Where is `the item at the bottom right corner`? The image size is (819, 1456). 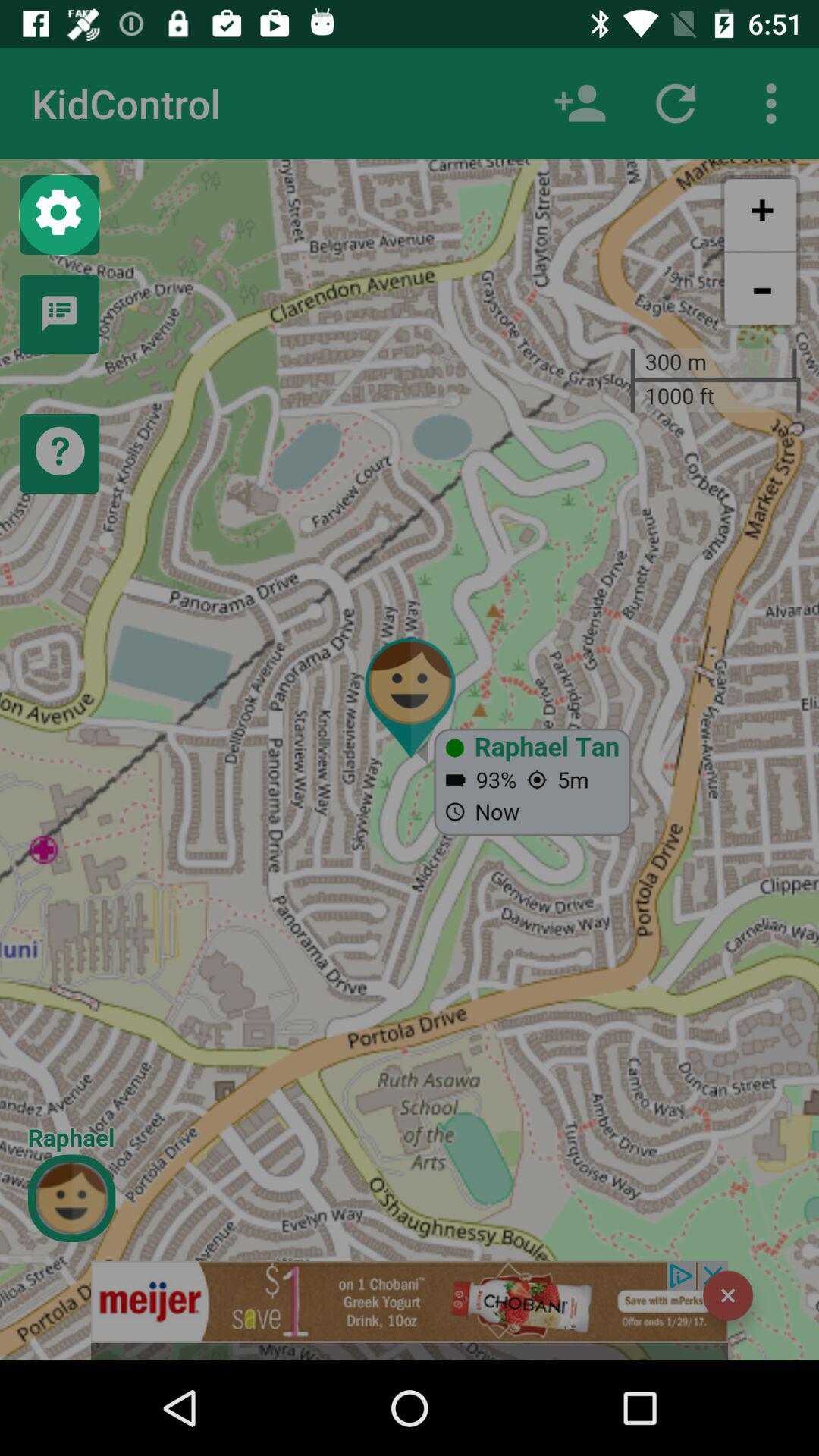
the item at the bottom right corner is located at coordinates (727, 1294).